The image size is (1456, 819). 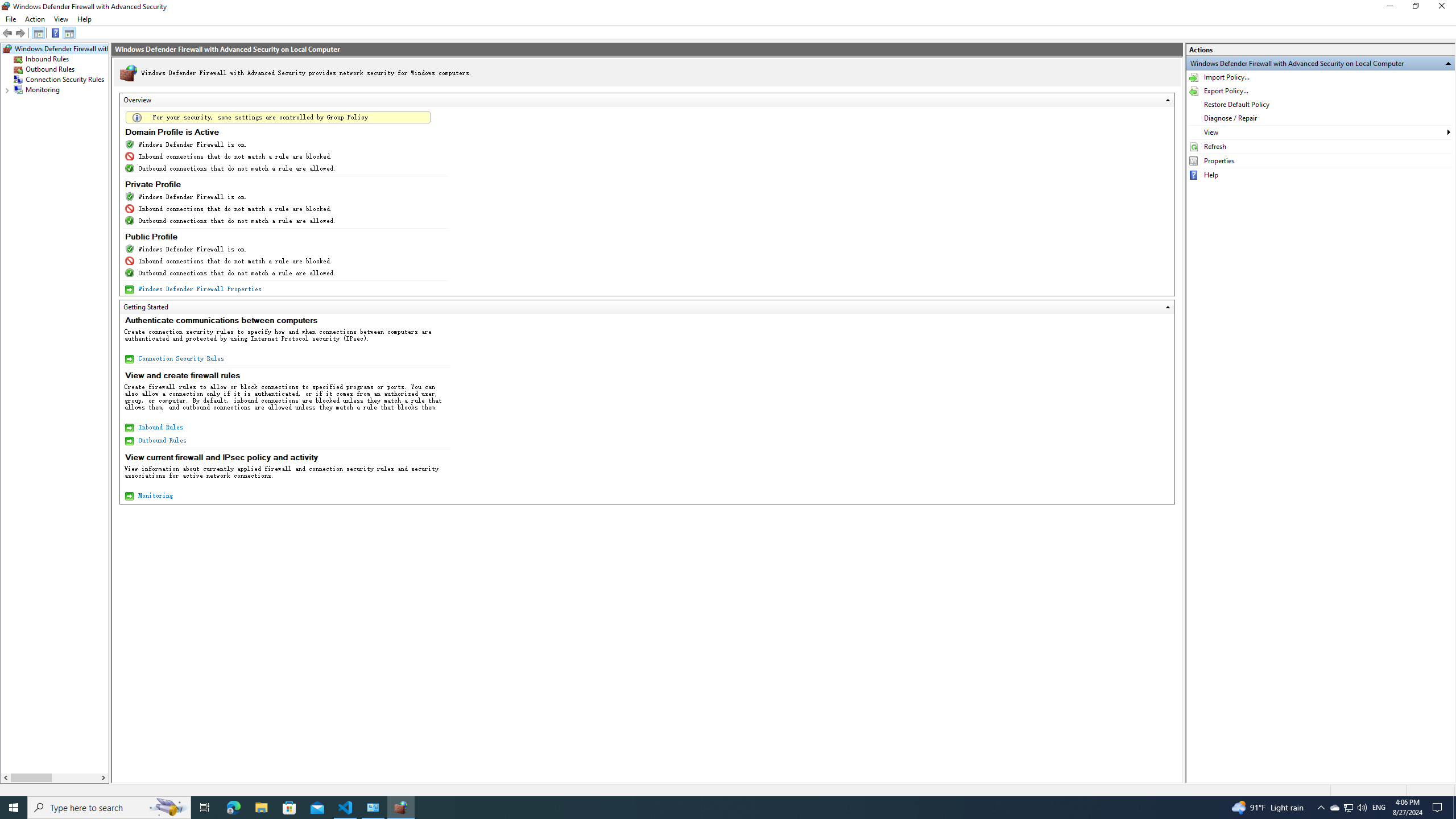 I want to click on 'Back', so click(x=7, y=32).